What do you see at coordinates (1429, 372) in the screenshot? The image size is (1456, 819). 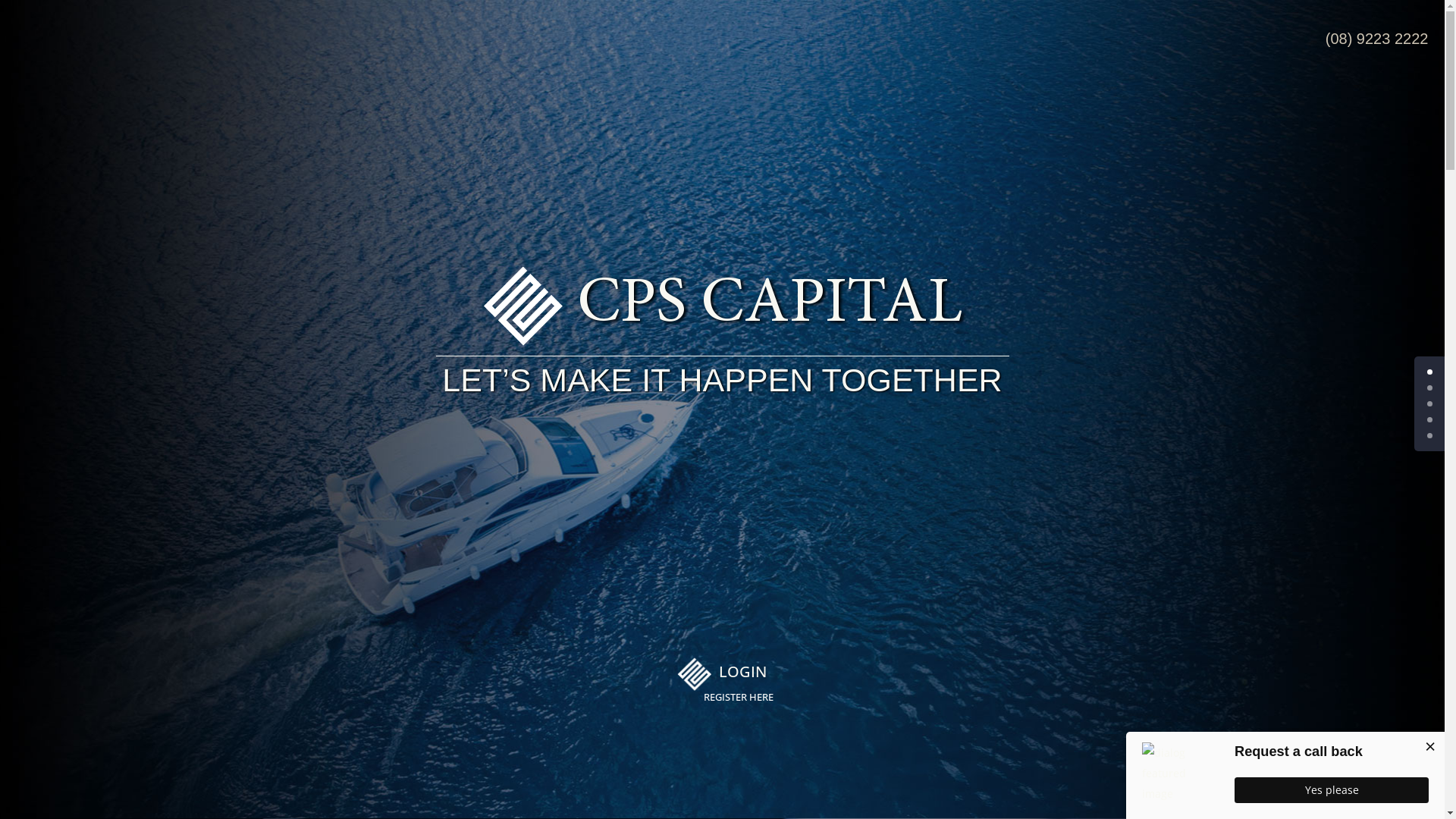 I see `'0'` at bounding box center [1429, 372].